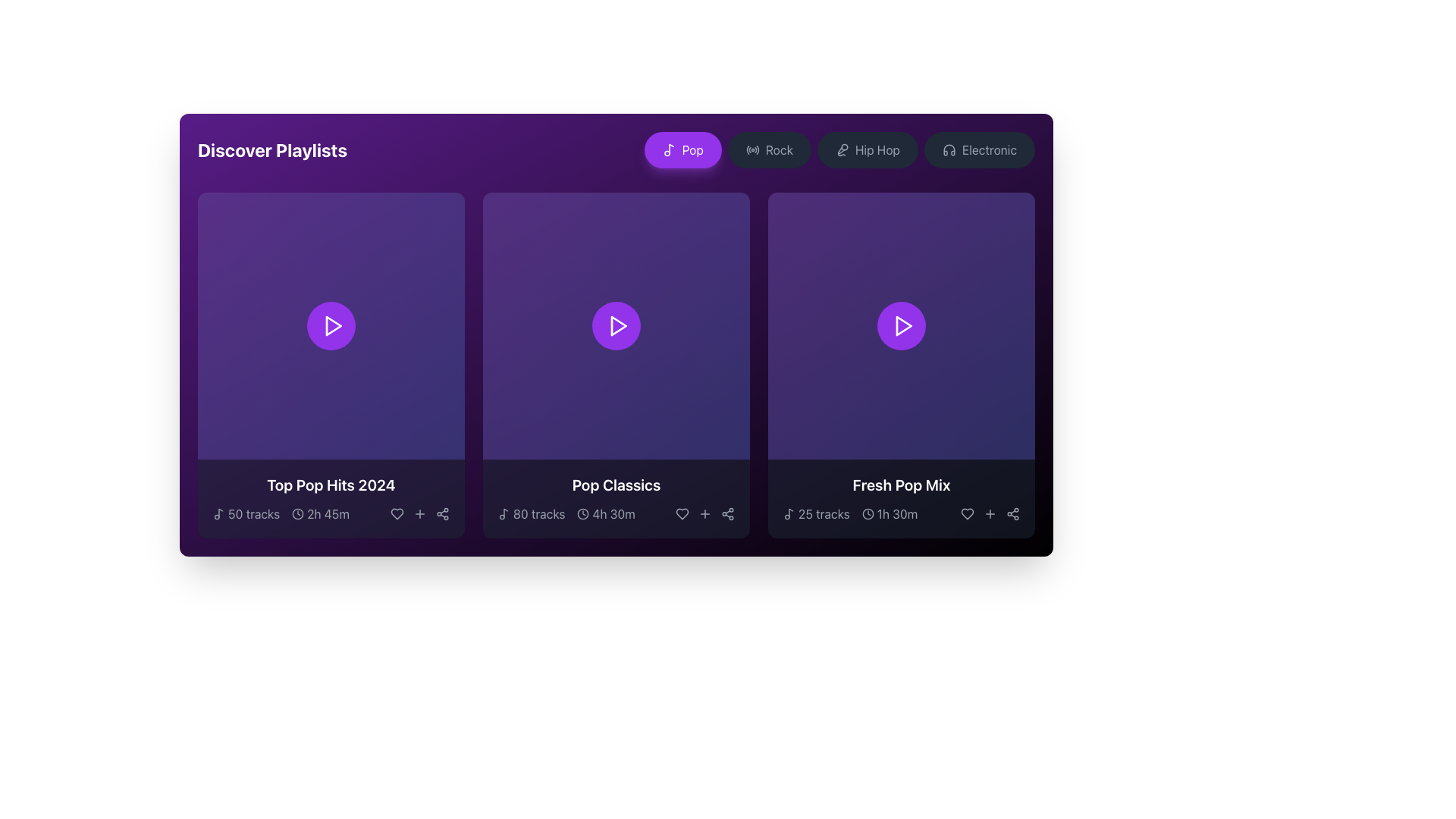 Image resolution: width=1456 pixels, height=819 pixels. Describe the element at coordinates (704, 513) in the screenshot. I see `the plus icon located in the bottom-right section of the 'Pop Classics' playlist card` at that location.